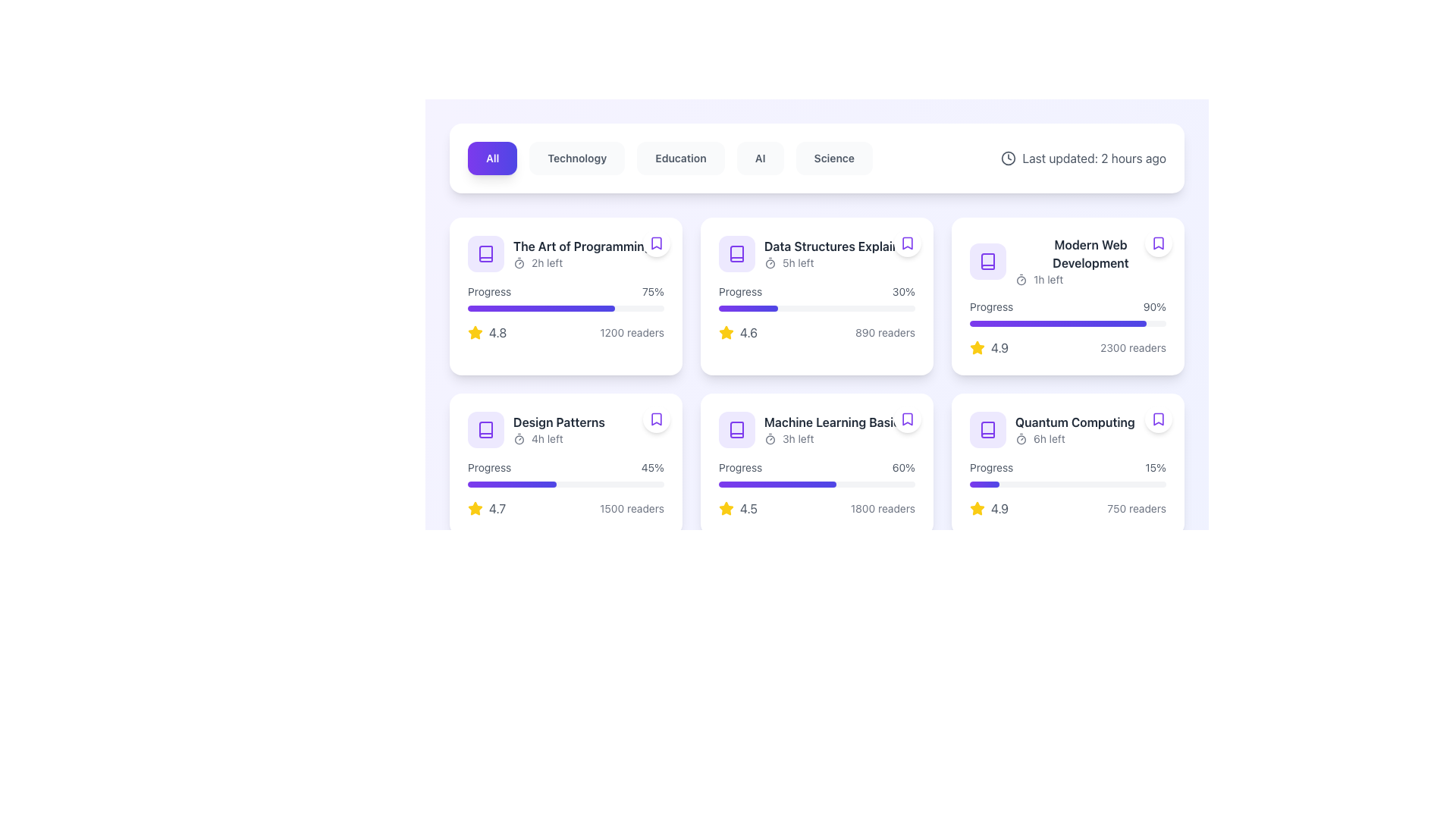  I want to click on the text block that displays the title and remaining time of a course or lesson, located in the first row, first column of the grid layout, to the right of a violet-colored book icon, so click(582, 253).